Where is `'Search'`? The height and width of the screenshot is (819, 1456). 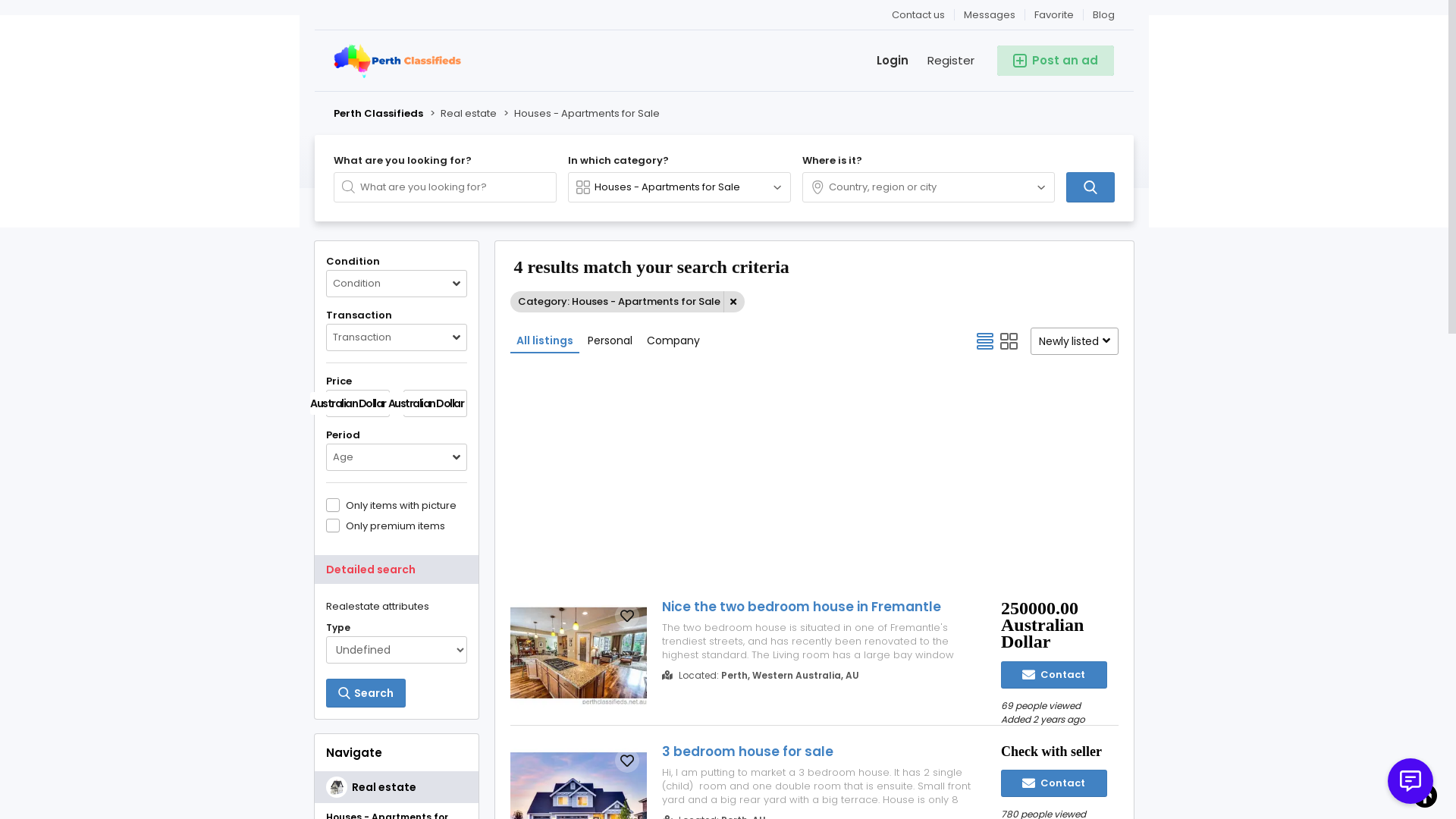 'Search' is located at coordinates (366, 693).